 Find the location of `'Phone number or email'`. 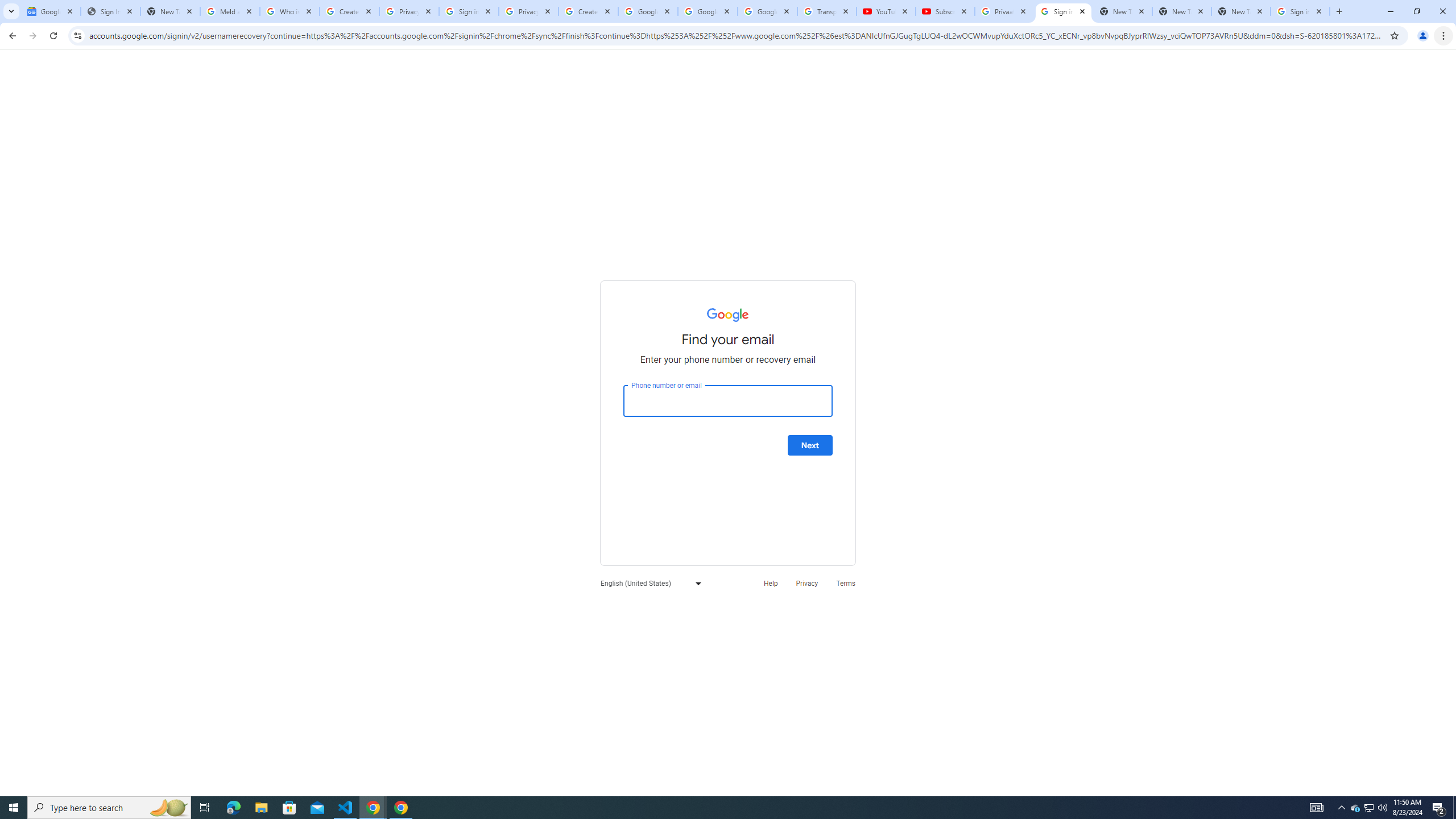

'Phone number or email' is located at coordinates (728, 400).